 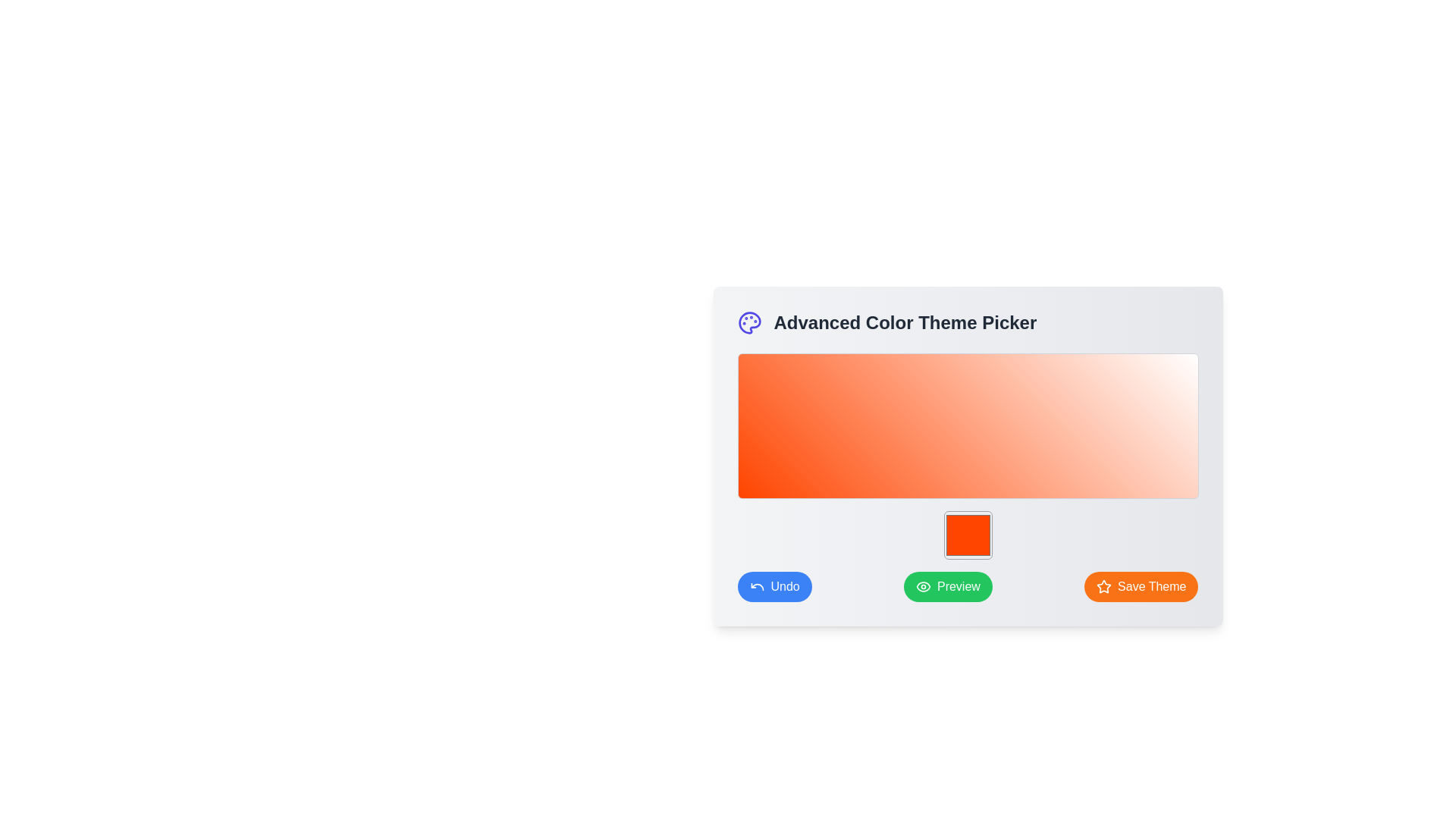 I want to click on the eye-shaped icon located within the green 'Preview' button, which is positioned below the gradient color picker area, so click(x=922, y=586).